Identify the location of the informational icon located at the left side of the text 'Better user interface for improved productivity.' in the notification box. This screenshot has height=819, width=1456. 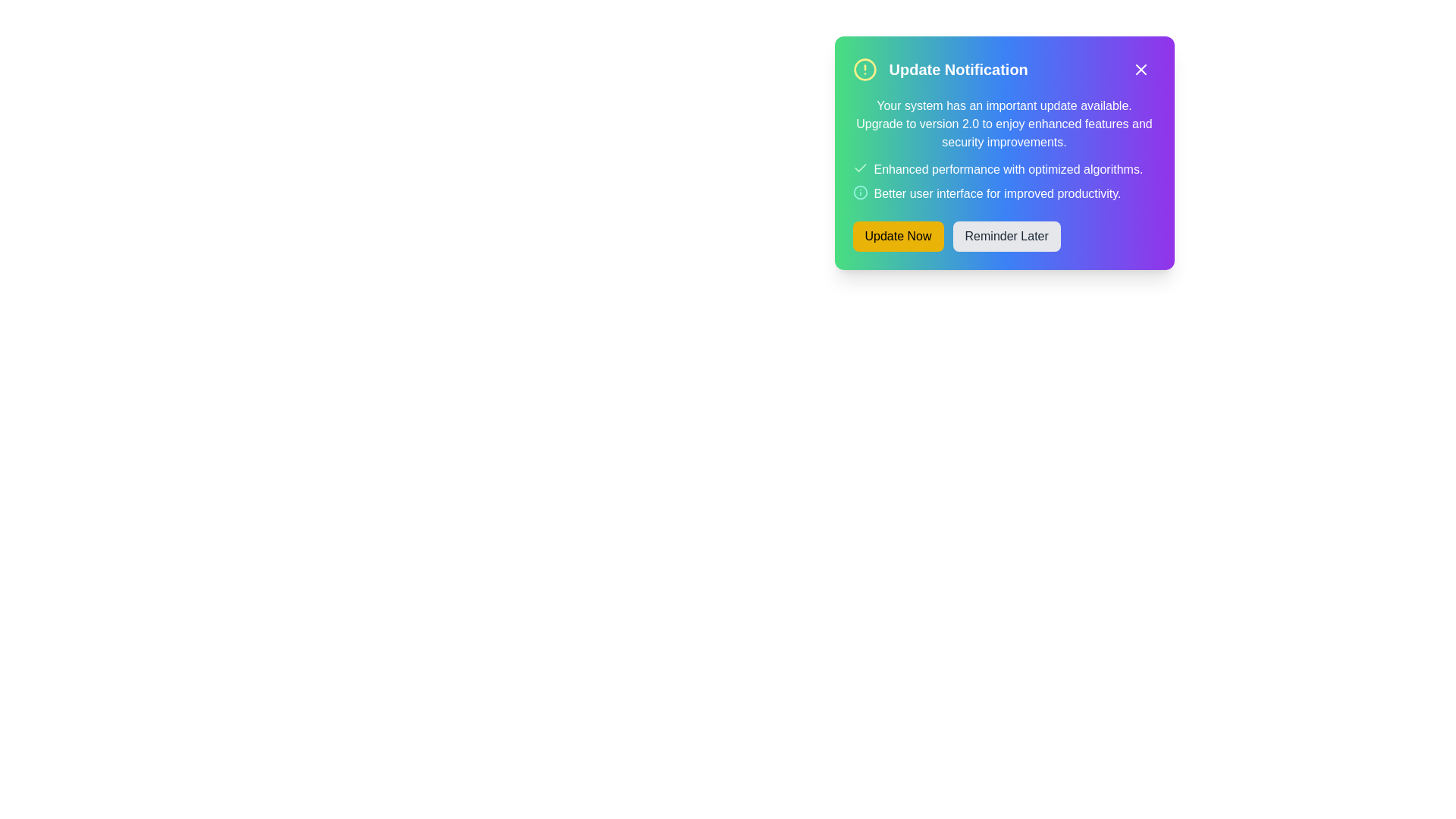
(860, 192).